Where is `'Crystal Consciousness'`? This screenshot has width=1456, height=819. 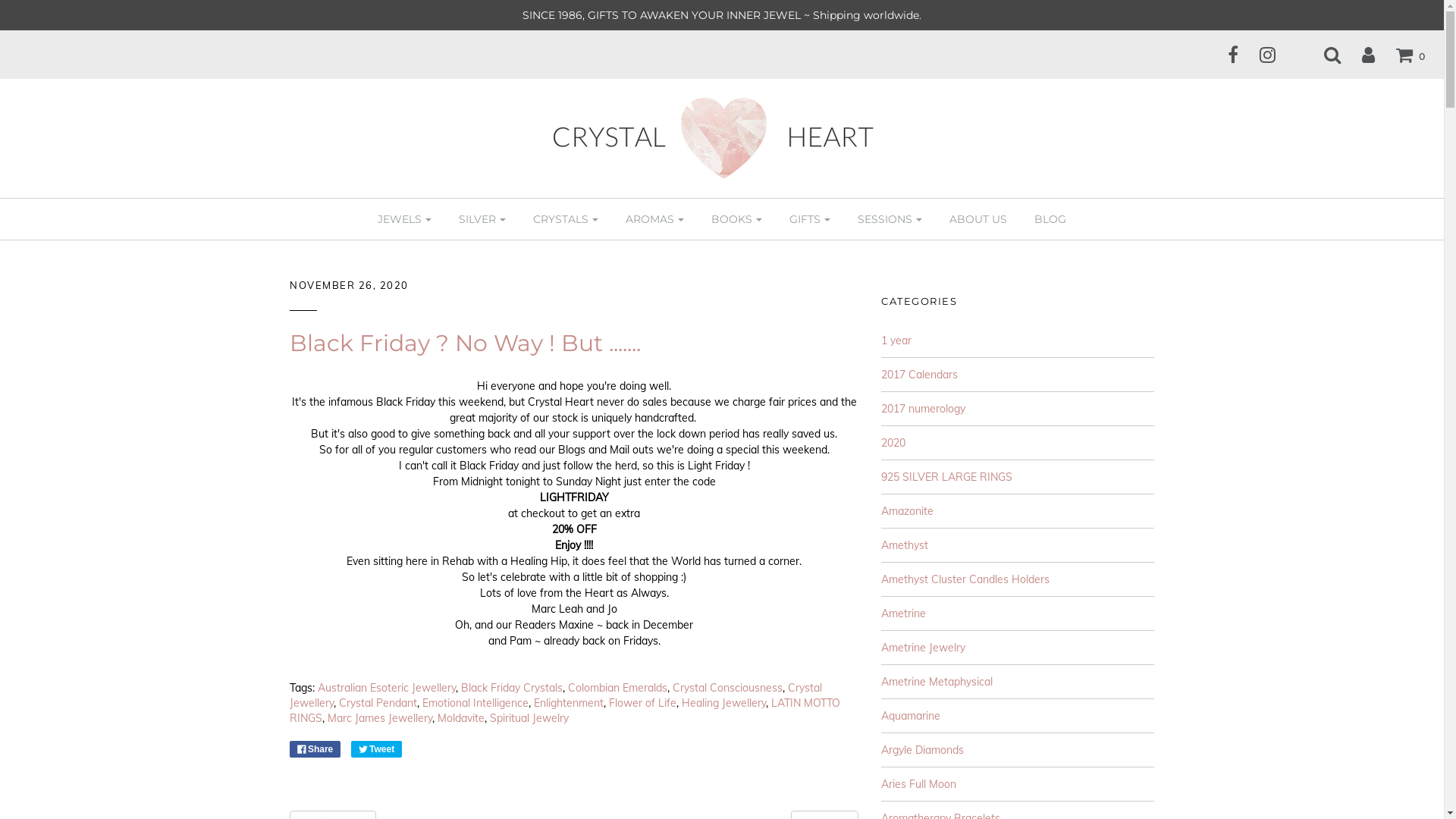 'Crystal Consciousness' is located at coordinates (726, 687).